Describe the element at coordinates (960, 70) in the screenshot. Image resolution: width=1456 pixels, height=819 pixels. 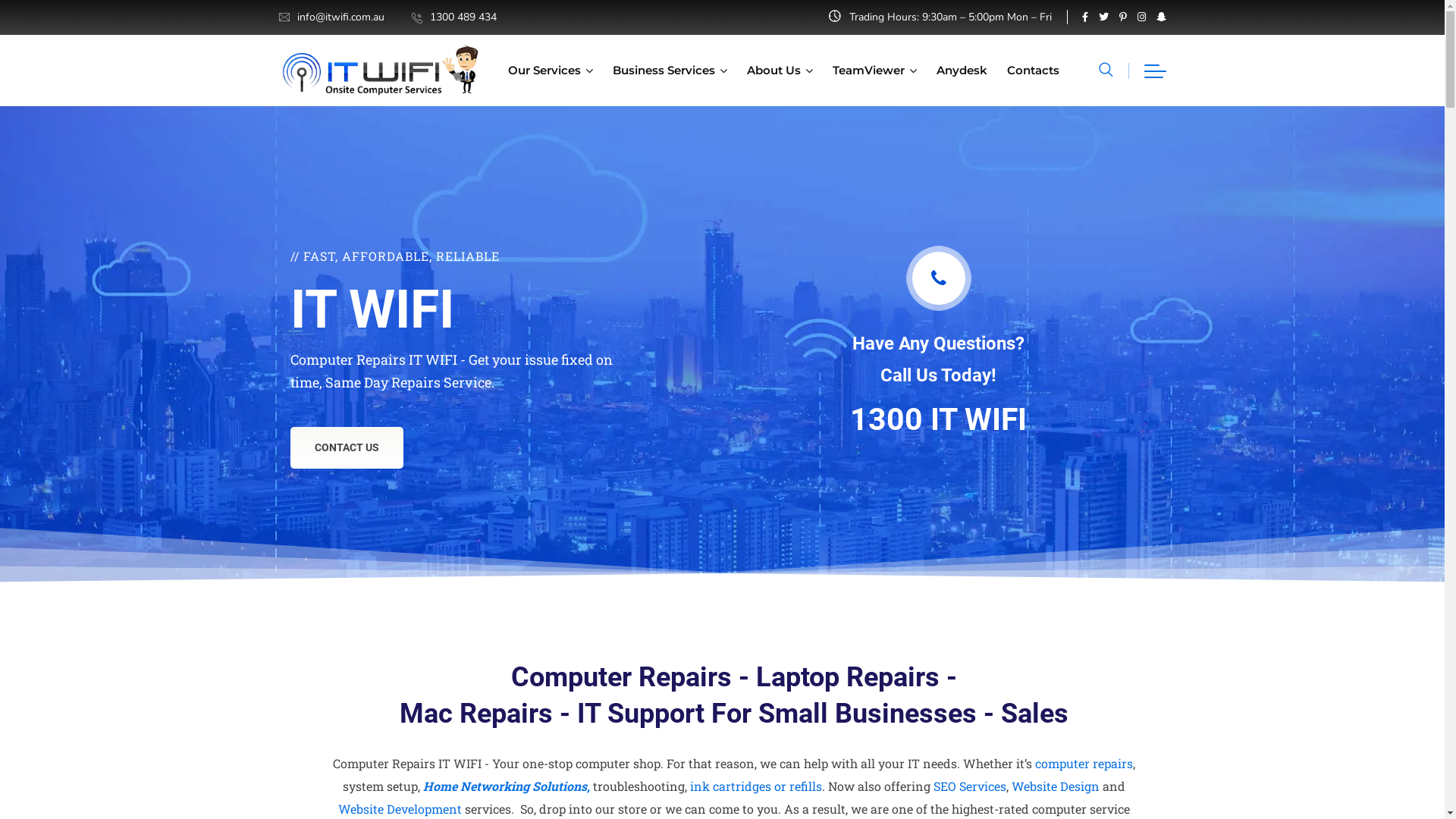
I see `'Anydesk'` at that location.